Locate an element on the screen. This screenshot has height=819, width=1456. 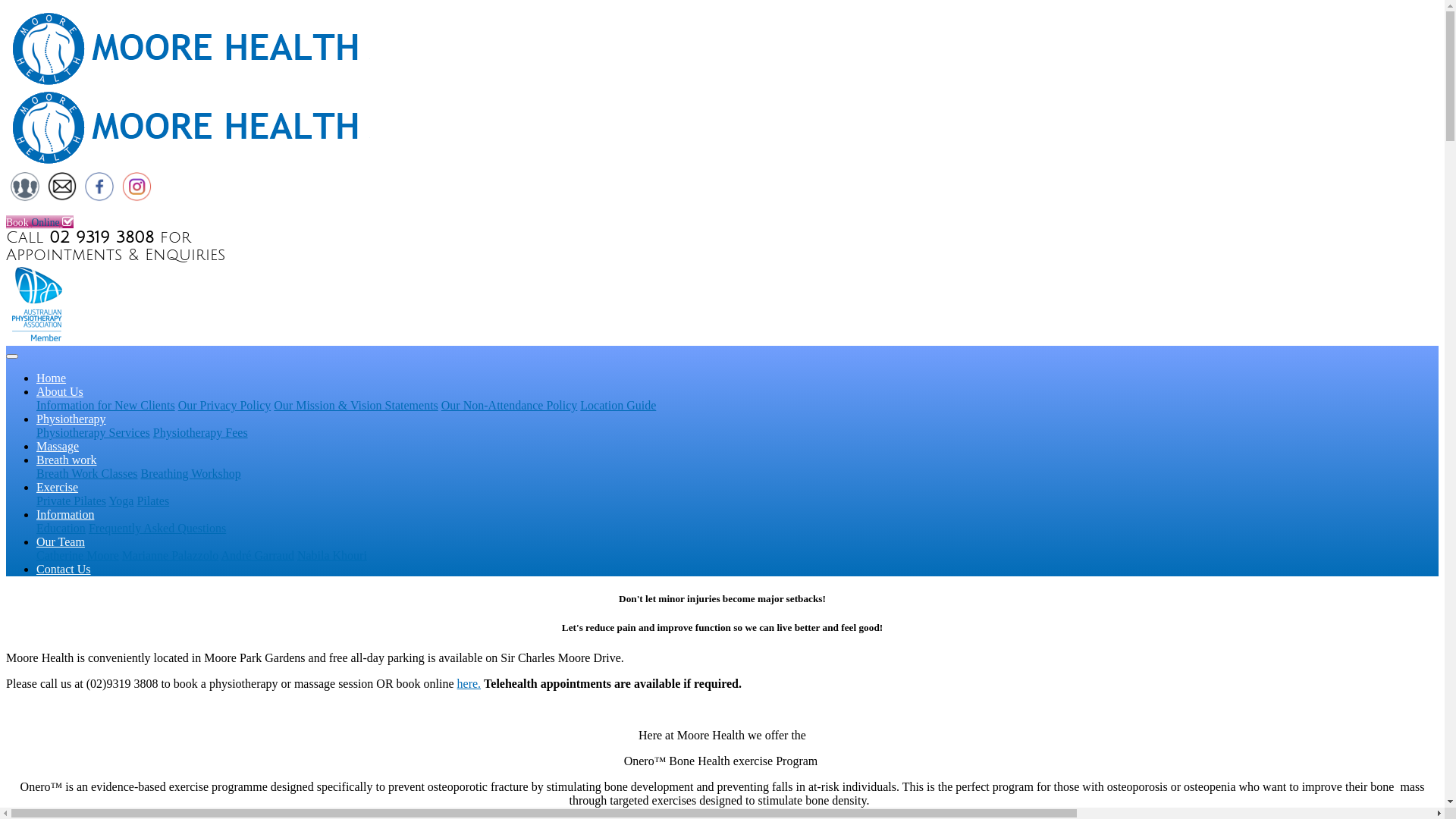
'About Us' is located at coordinates (59, 391).